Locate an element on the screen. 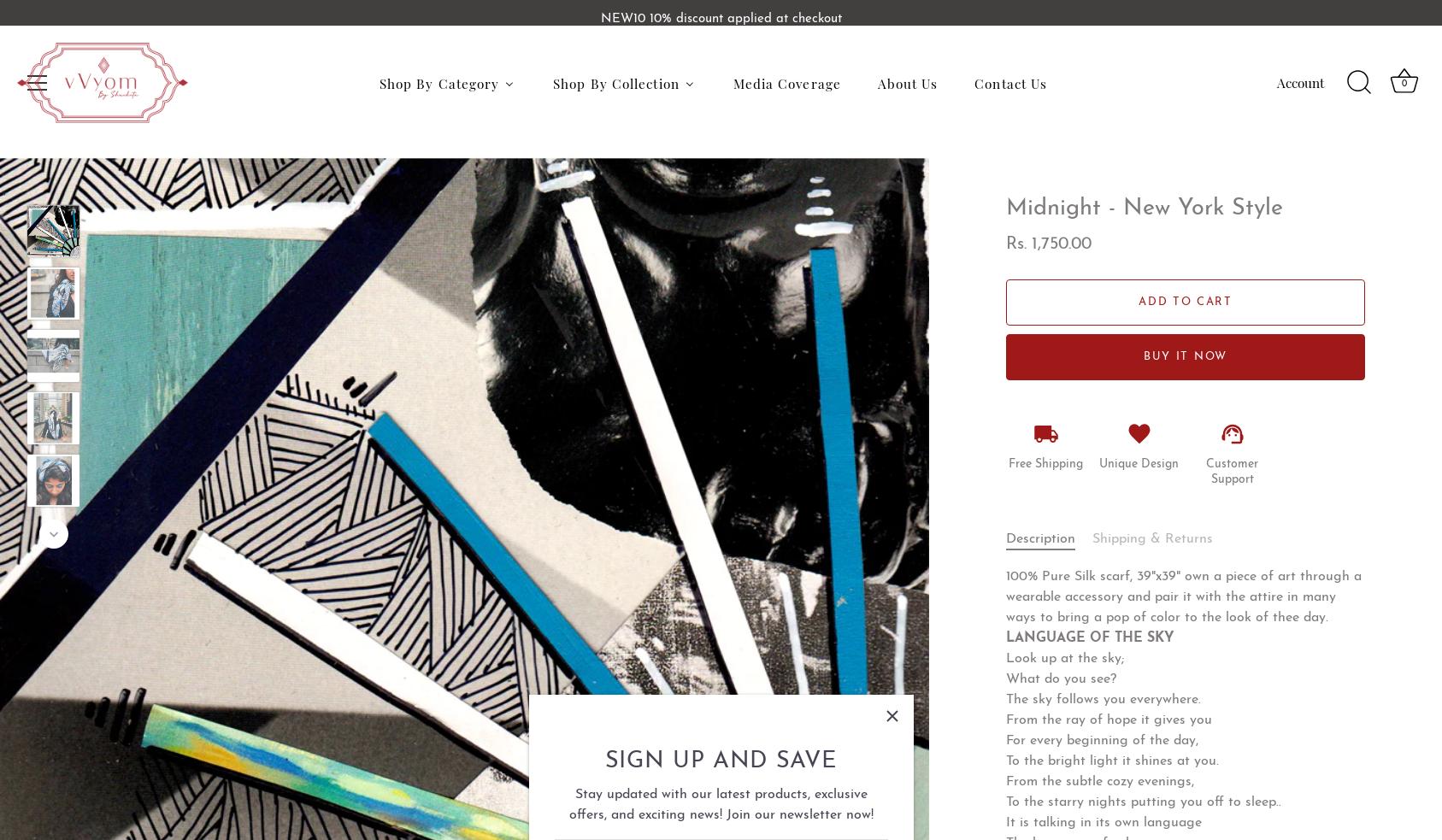 Image resolution: width=1442 pixels, height=840 pixels. 'Look up at the sky;' is located at coordinates (1064, 657).